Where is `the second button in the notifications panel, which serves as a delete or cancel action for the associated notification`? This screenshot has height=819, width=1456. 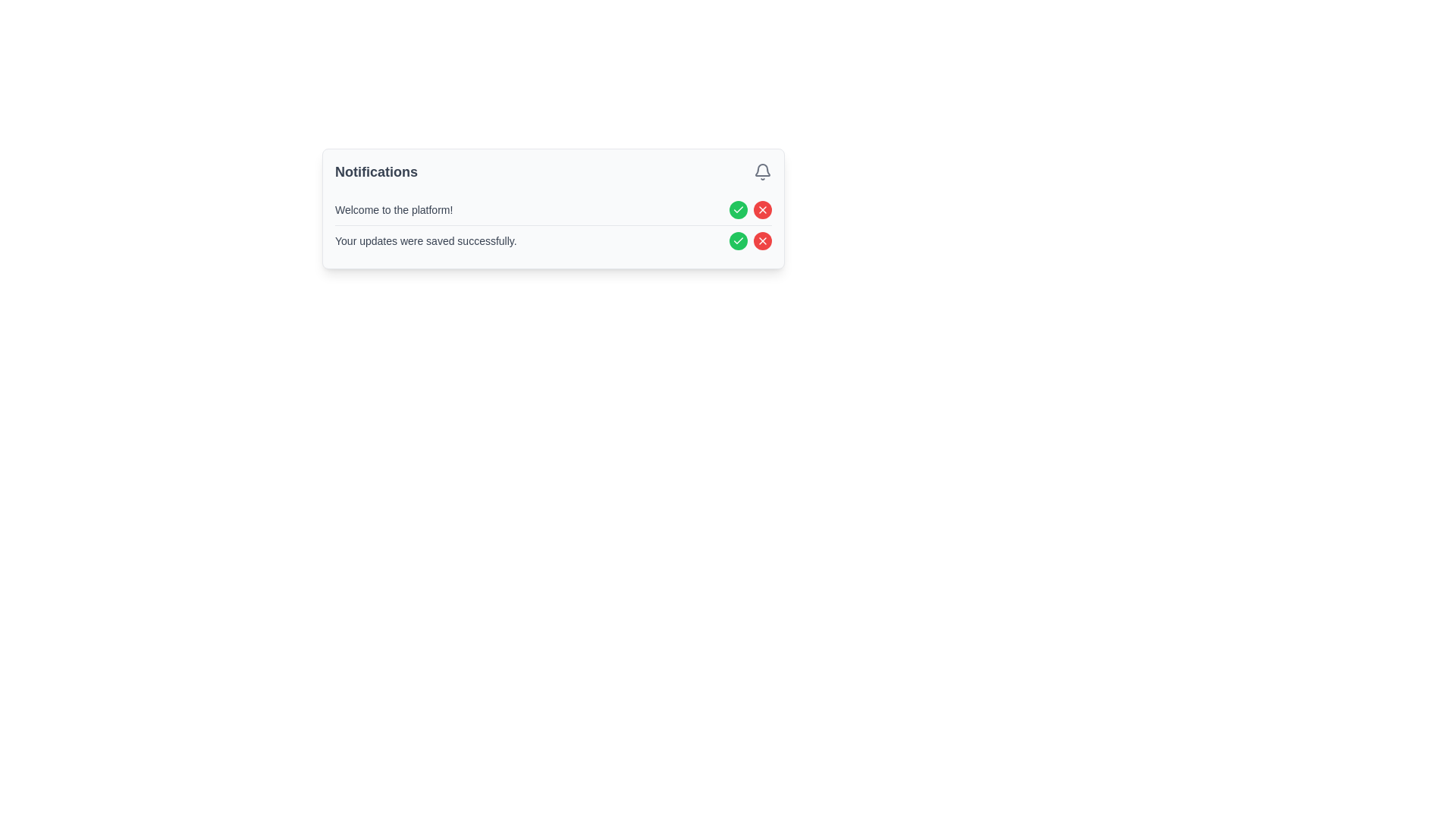 the second button in the notifications panel, which serves as a delete or cancel action for the associated notification is located at coordinates (763, 210).